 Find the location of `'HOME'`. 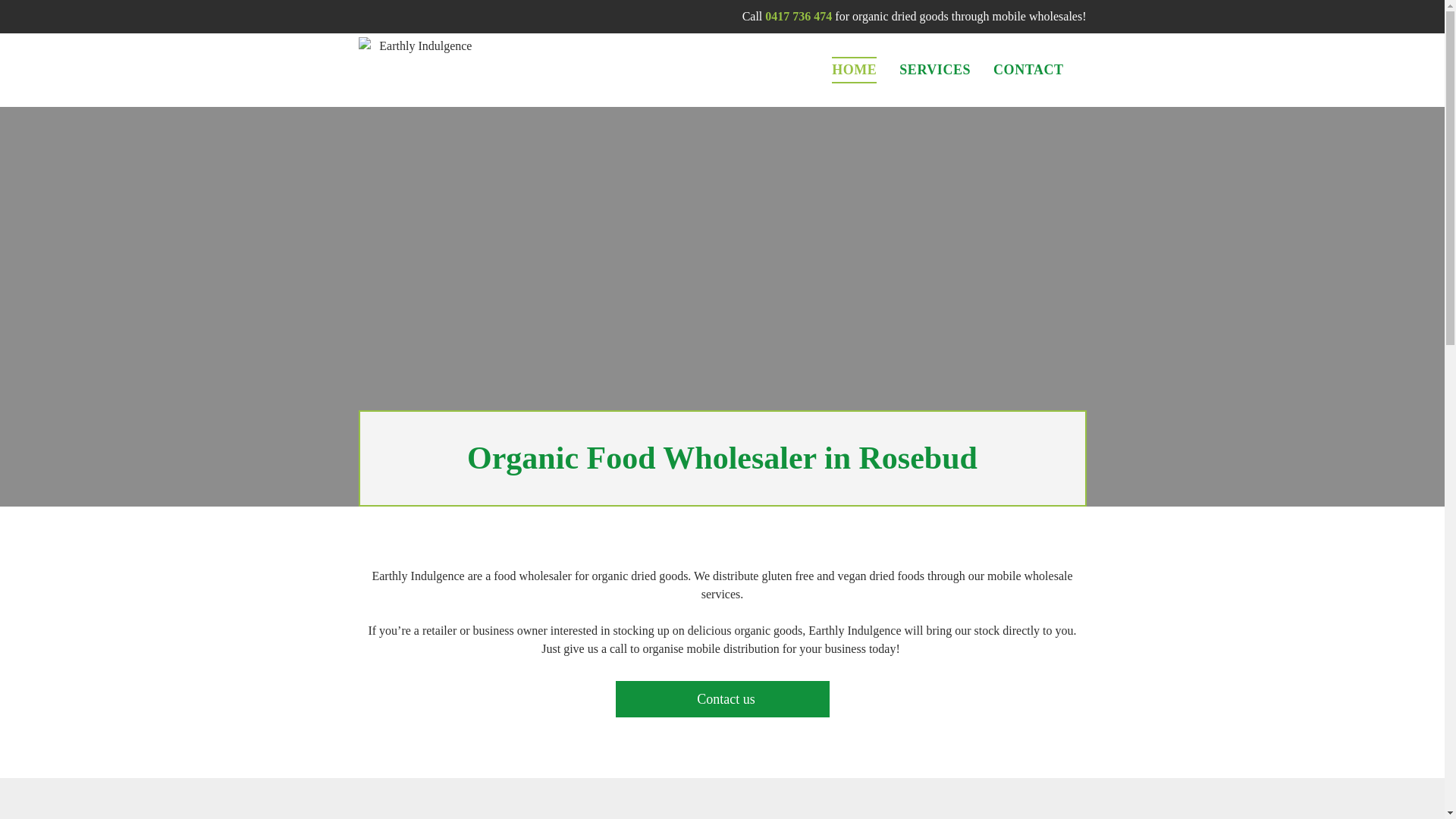

'HOME' is located at coordinates (819, 70).